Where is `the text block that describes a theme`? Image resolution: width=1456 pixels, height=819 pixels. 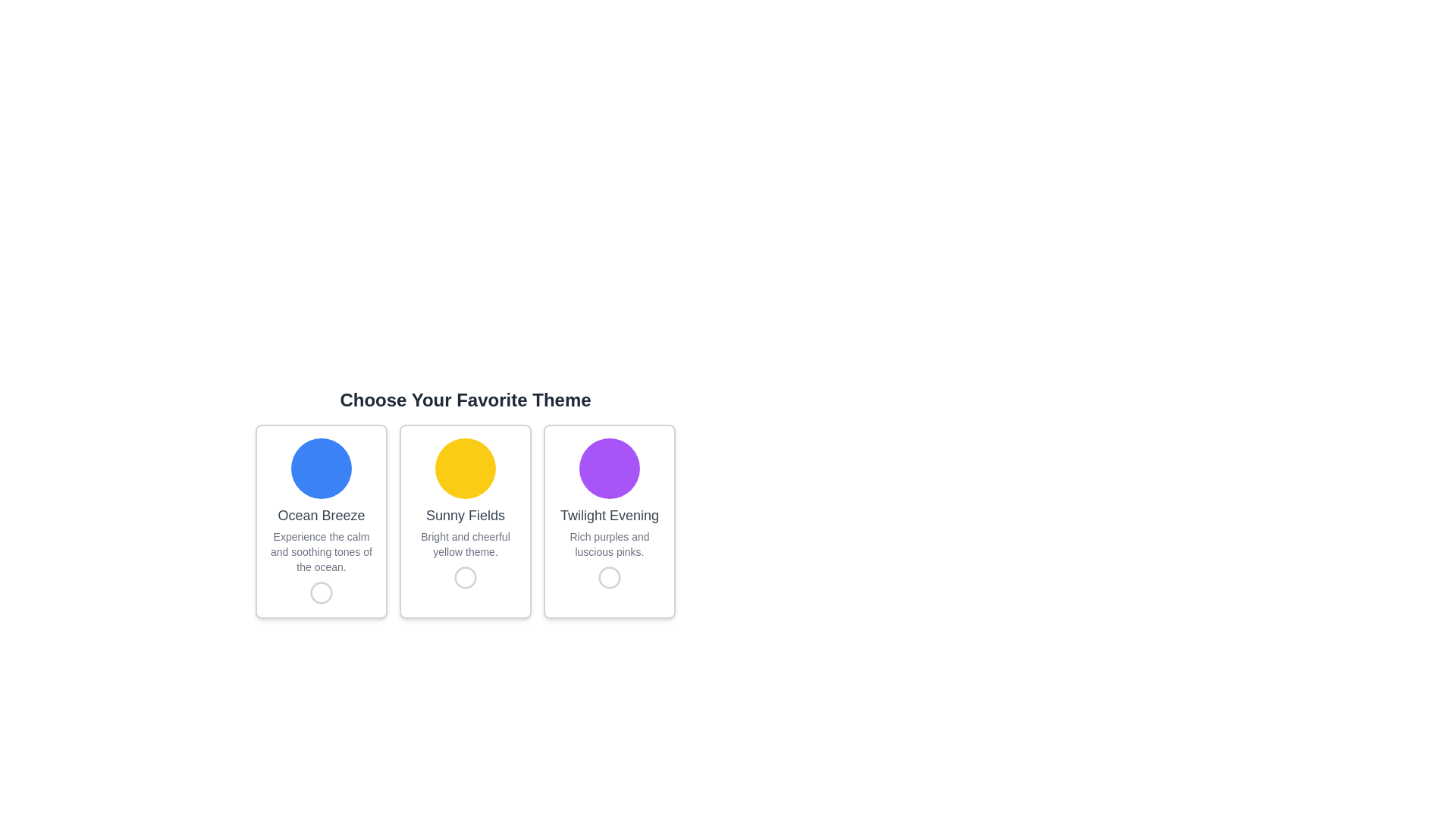
the text block that describes a theme is located at coordinates (610, 532).